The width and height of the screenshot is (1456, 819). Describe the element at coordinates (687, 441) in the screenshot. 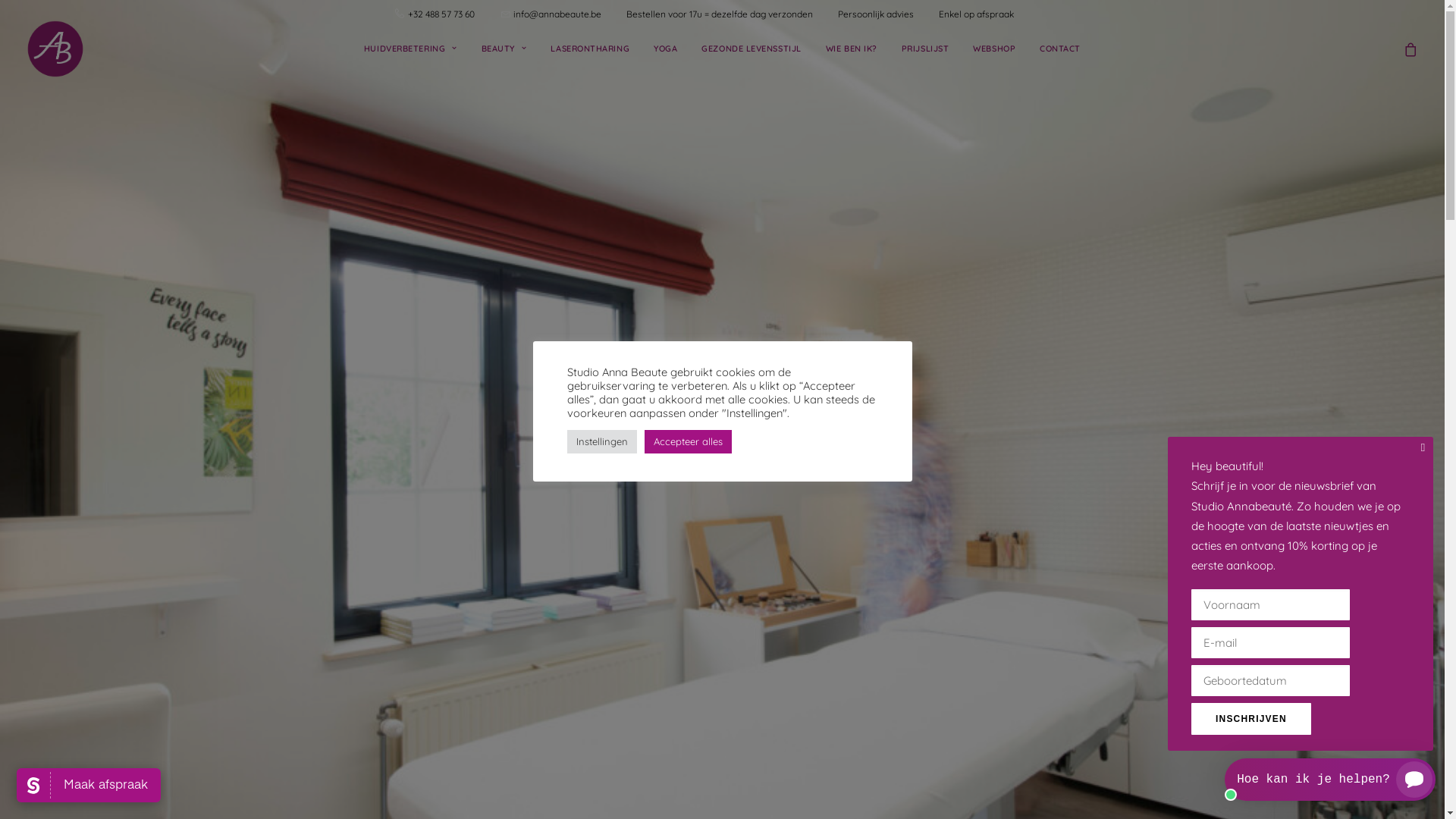

I see `'Accepteer alles'` at that location.